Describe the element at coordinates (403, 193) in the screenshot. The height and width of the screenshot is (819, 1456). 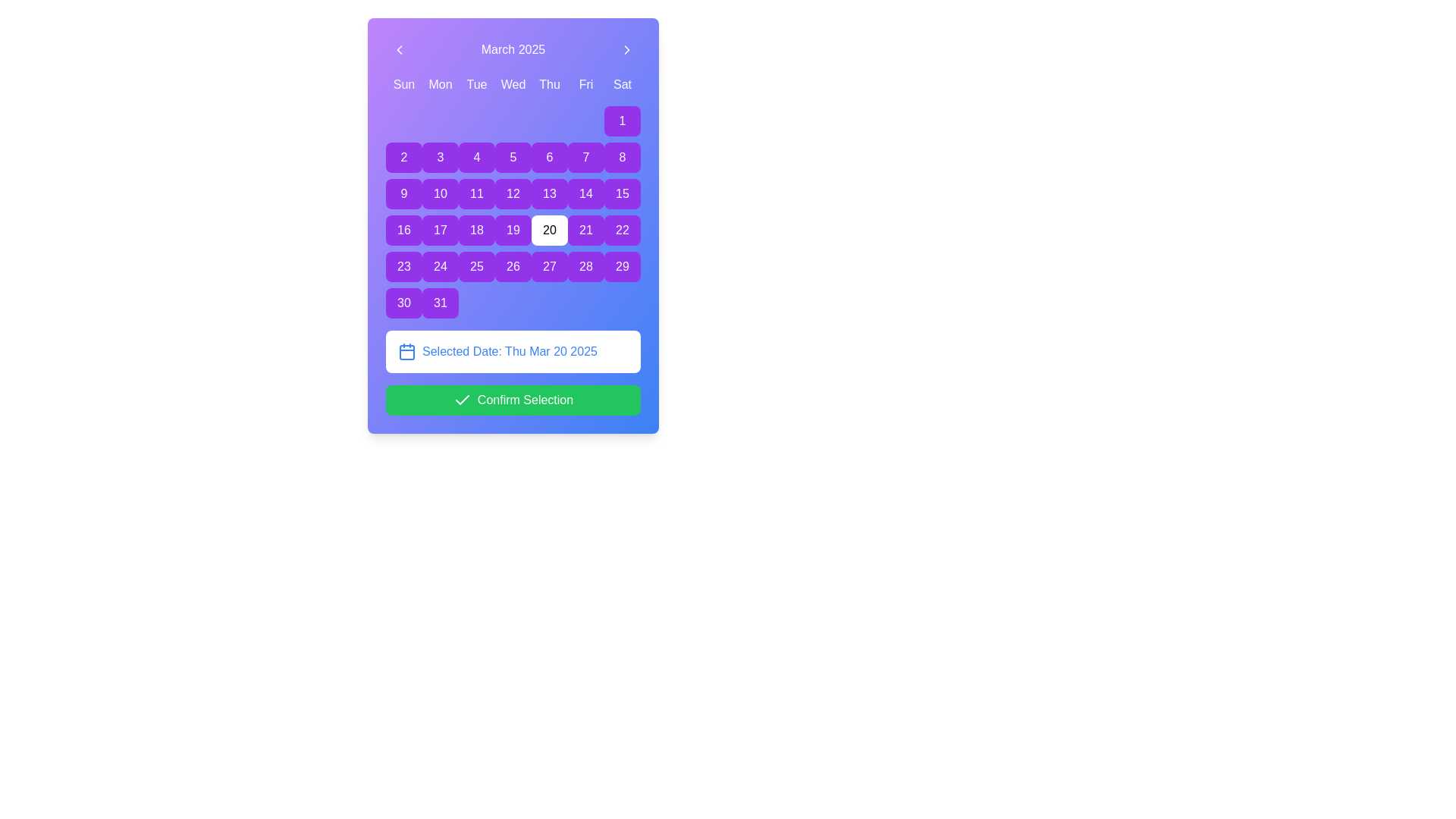
I see `the rectangular button with rounded corners, styled in purple with white text labeled '9', located in the second row and first column of the grid representing a calendar` at that location.